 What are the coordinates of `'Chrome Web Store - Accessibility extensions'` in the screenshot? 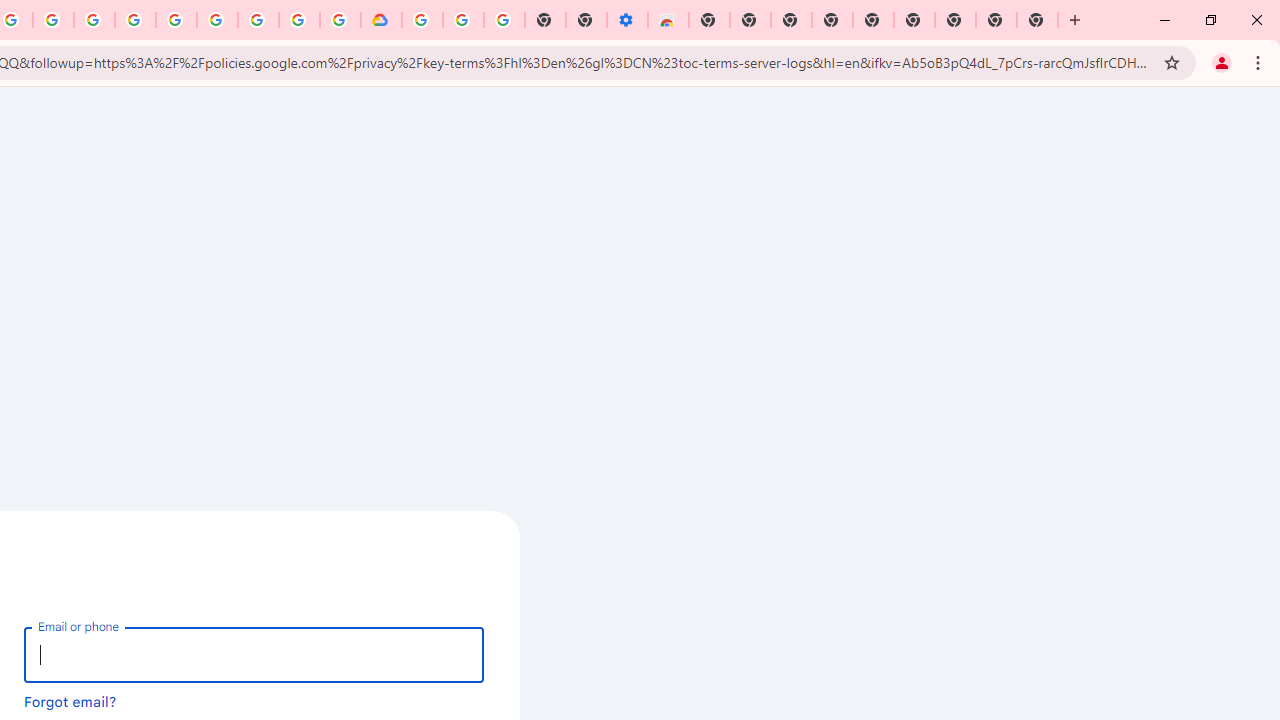 It's located at (668, 20).